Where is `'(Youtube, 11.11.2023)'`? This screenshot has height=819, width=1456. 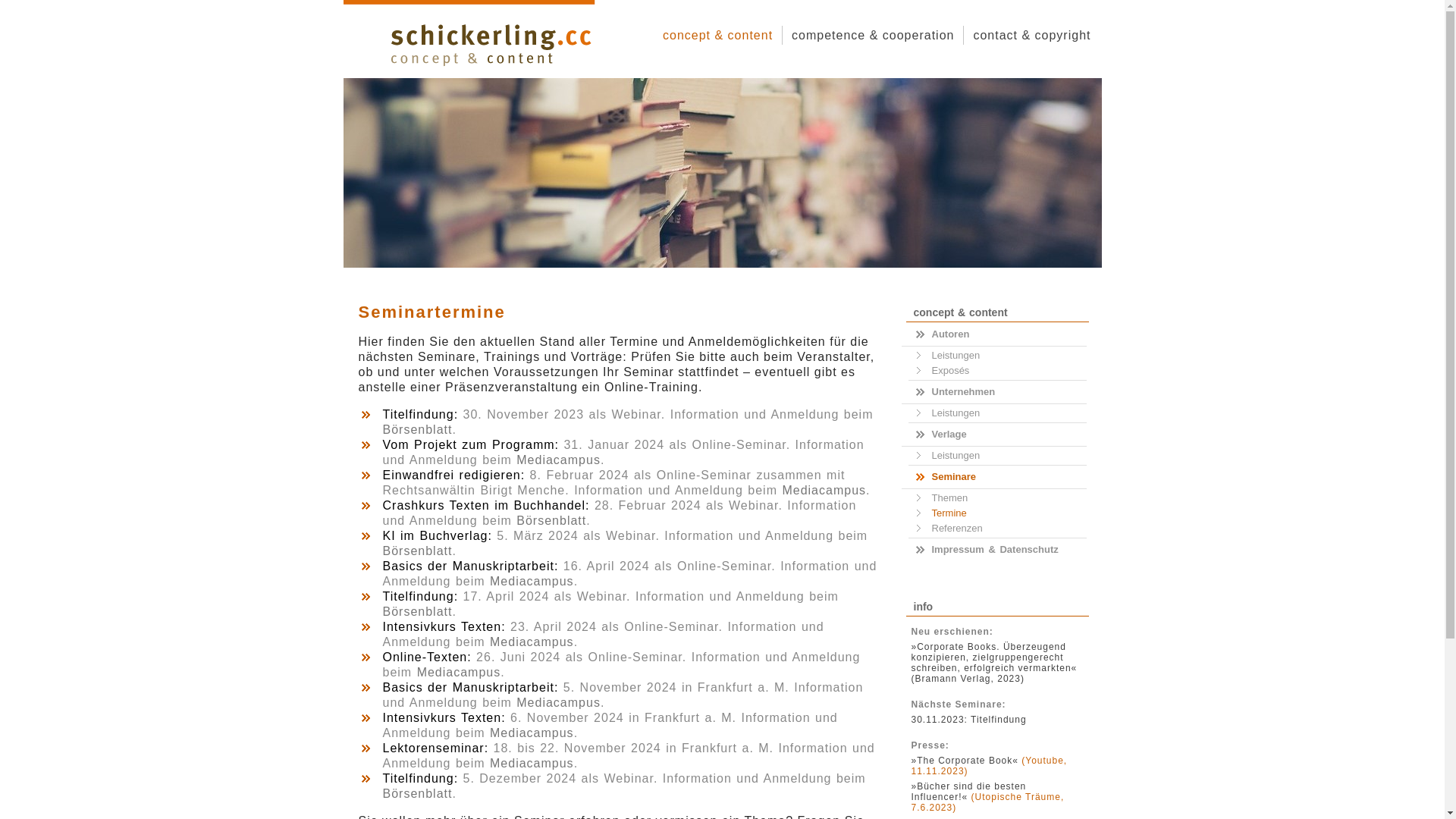
'(Youtube, 11.11.2023)' is located at coordinates (990, 766).